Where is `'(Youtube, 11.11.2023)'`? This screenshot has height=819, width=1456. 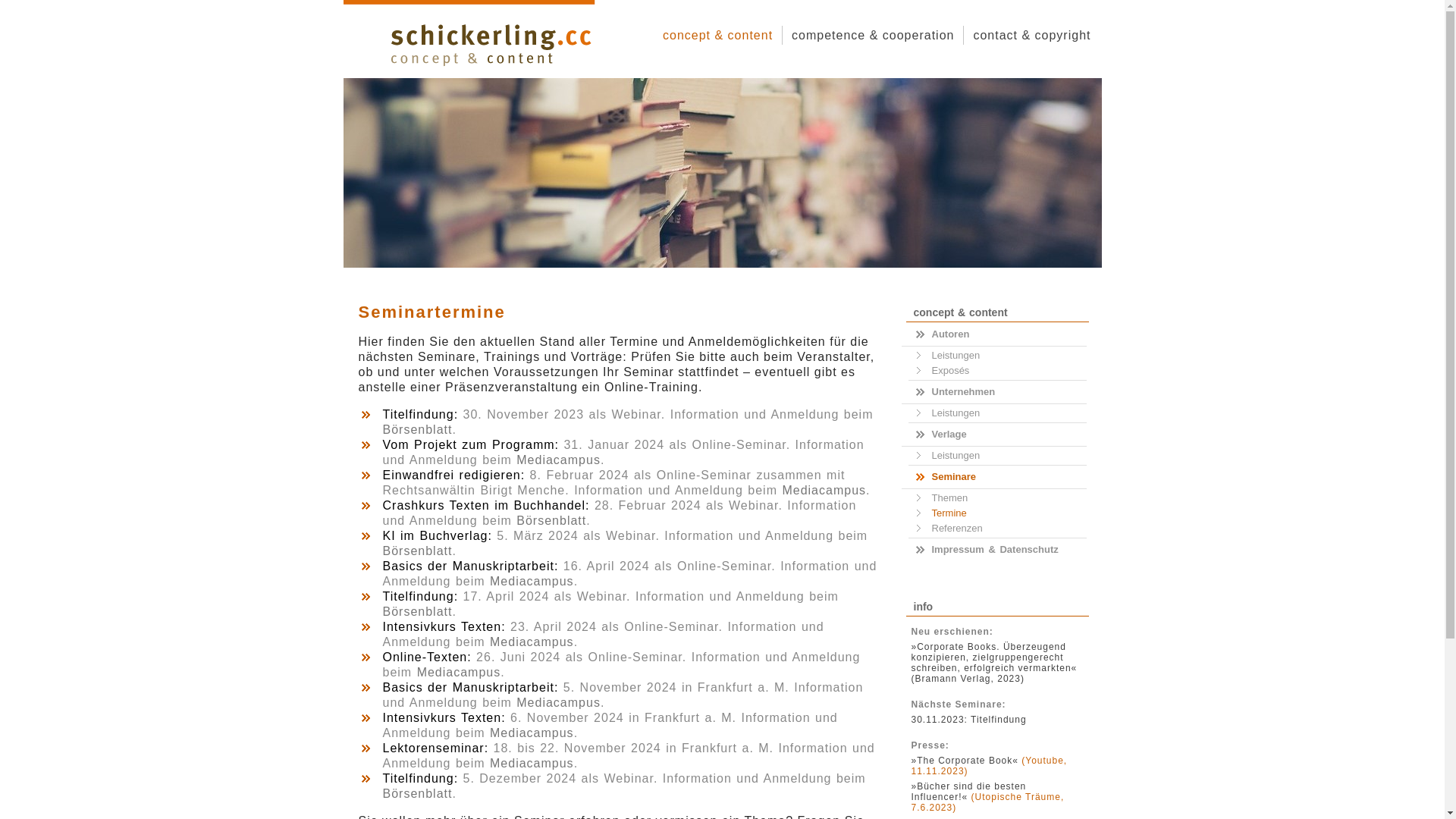
'(Youtube, 11.11.2023)' is located at coordinates (990, 766).